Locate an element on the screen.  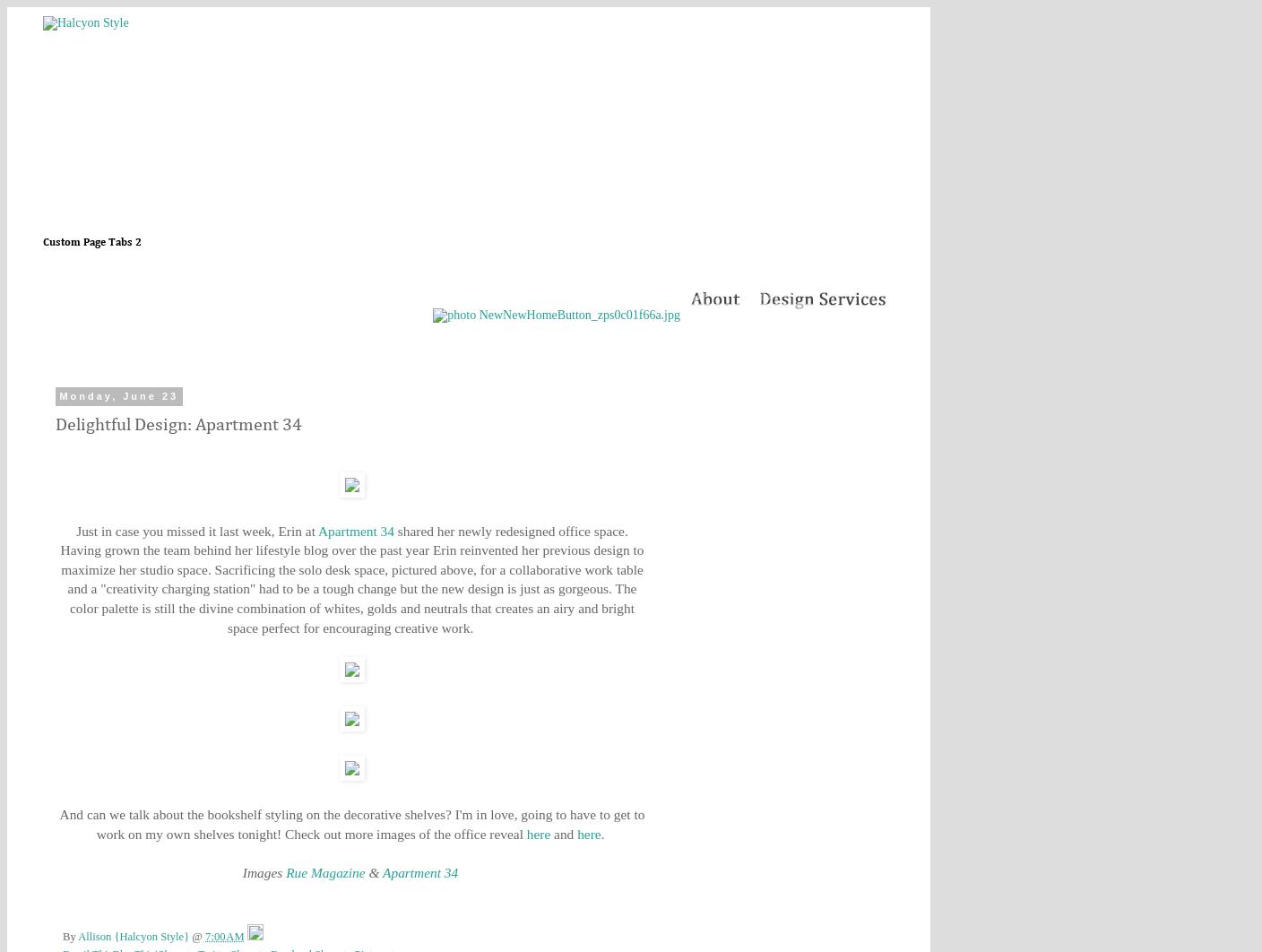
'By' is located at coordinates (69, 935).